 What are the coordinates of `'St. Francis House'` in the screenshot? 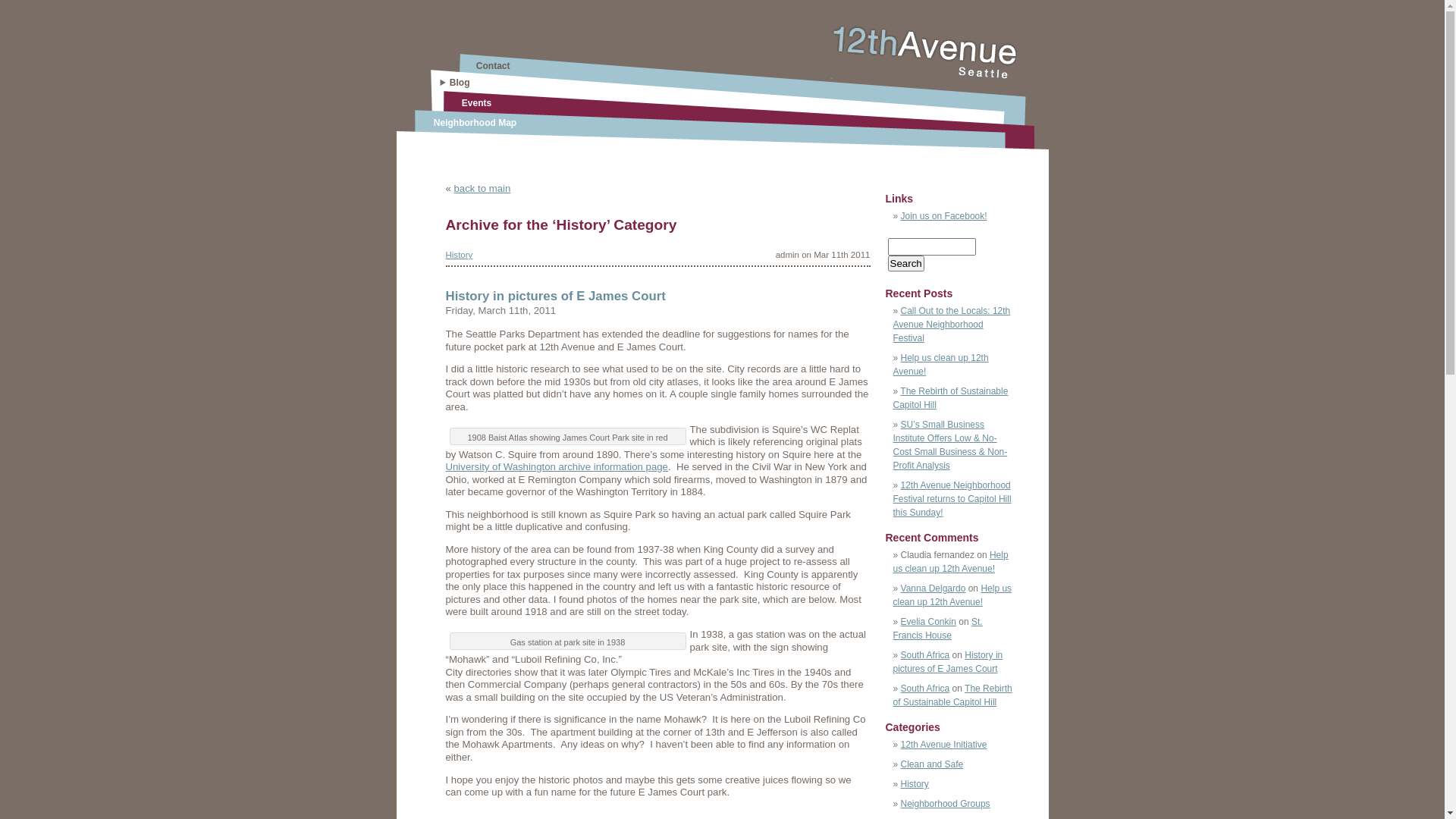 It's located at (937, 629).